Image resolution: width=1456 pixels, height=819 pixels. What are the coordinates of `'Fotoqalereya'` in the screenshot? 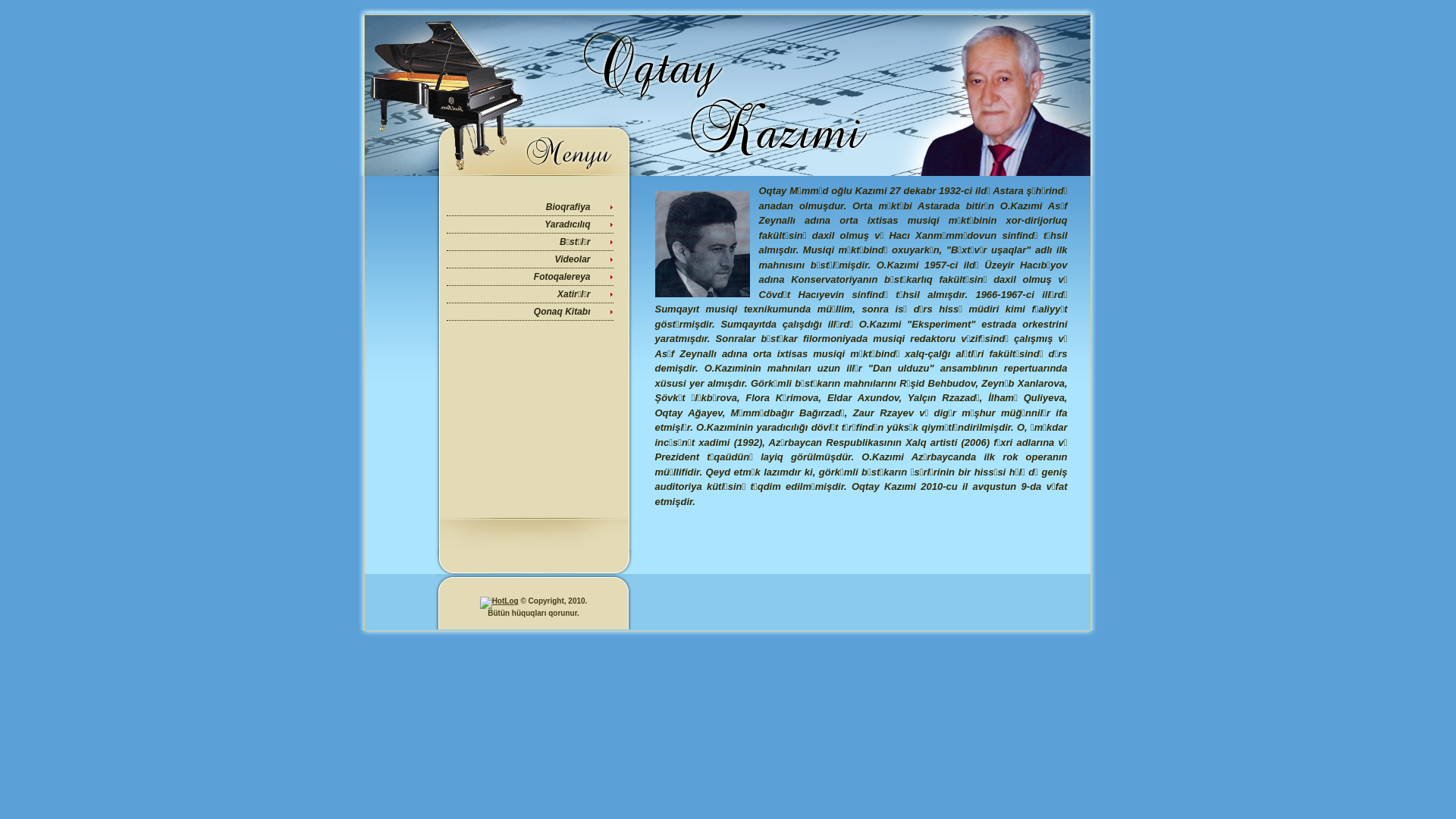 It's located at (561, 277).